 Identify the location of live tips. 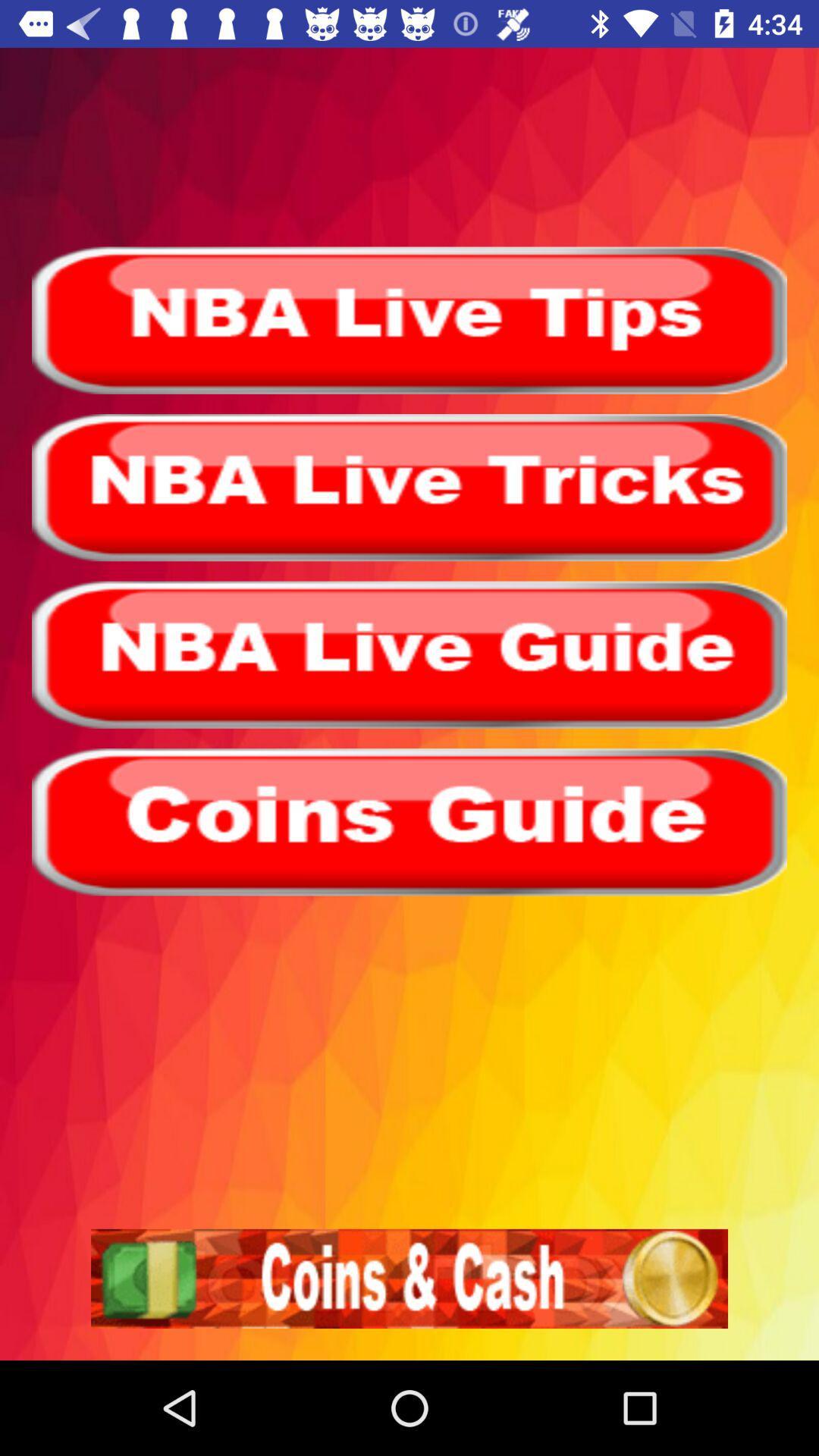
(409, 319).